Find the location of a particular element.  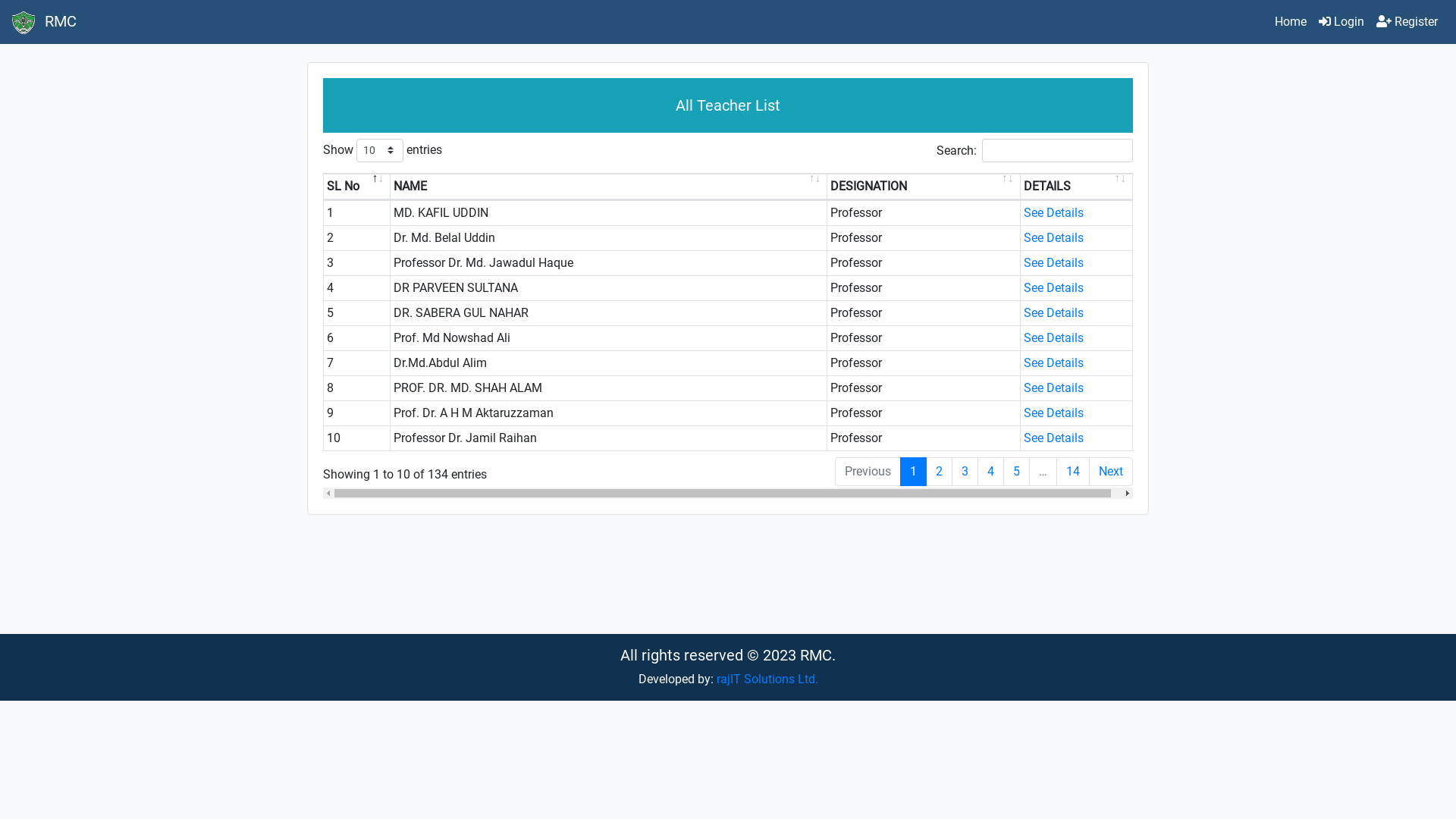

'See Details' is located at coordinates (1053, 413).